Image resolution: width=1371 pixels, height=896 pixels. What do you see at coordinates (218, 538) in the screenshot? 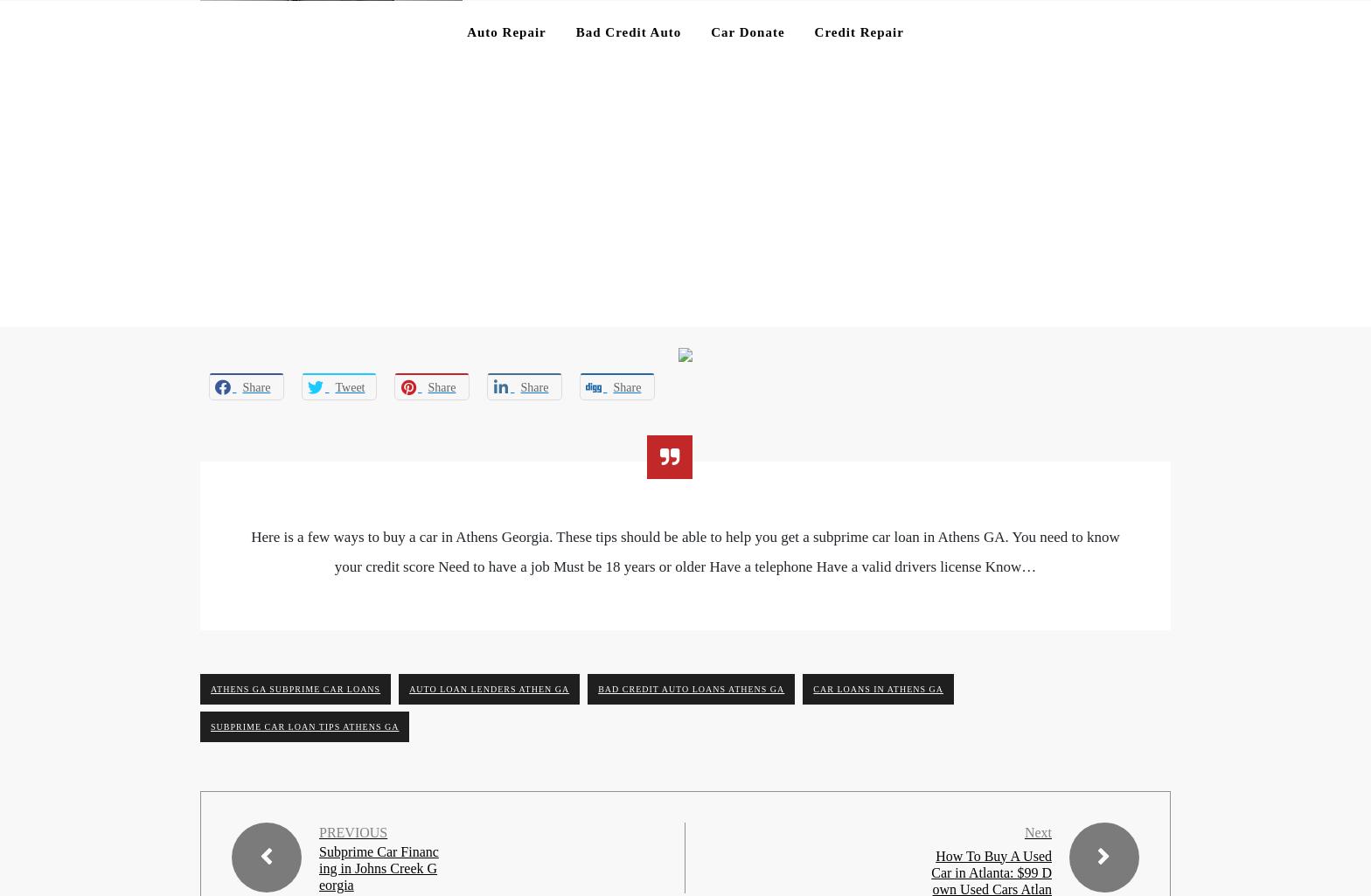
I see `'Email'` at bounding box center [218, 538].